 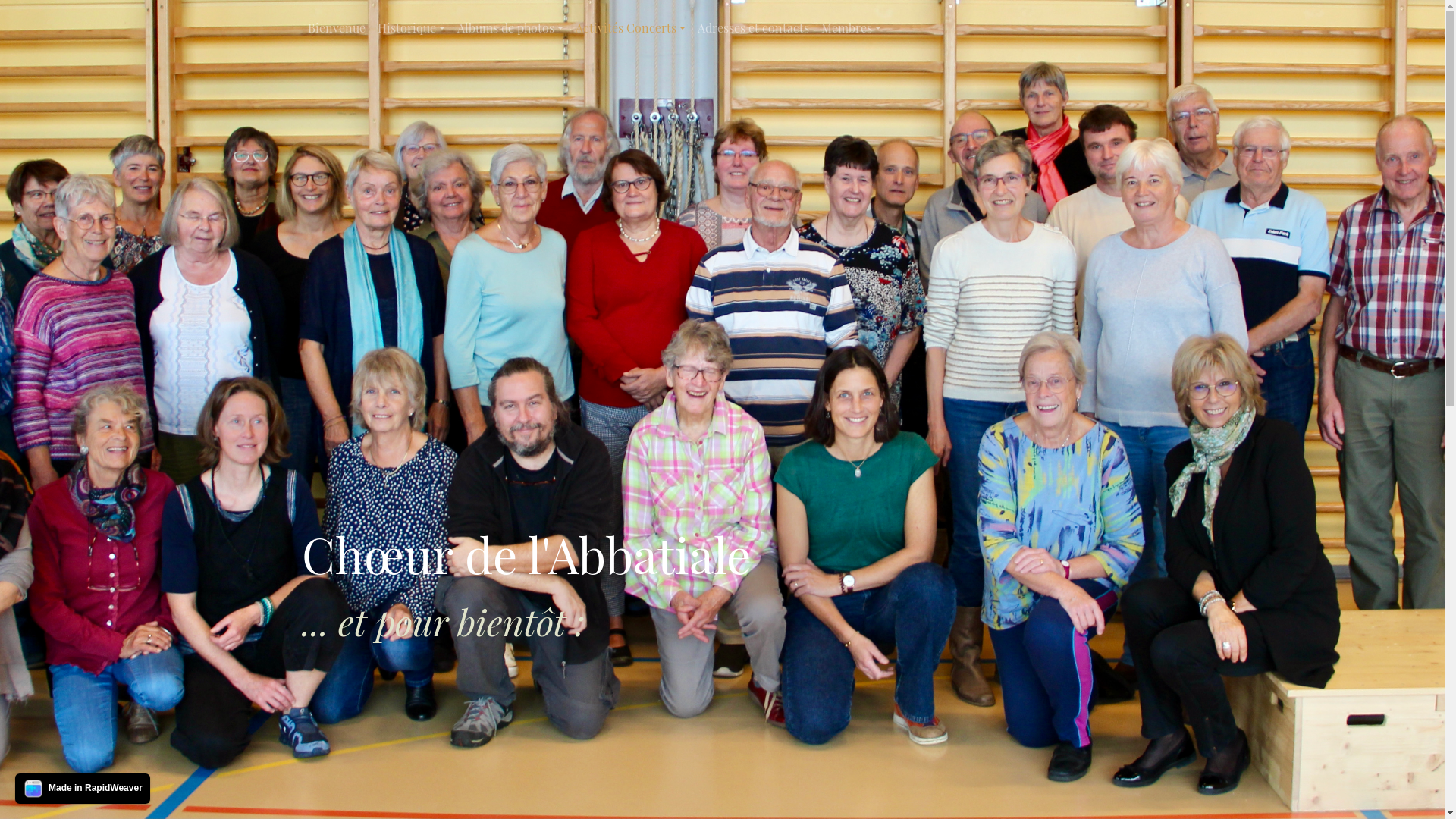 I want to click on 'Bienvenue', so click(x=336, y=28).